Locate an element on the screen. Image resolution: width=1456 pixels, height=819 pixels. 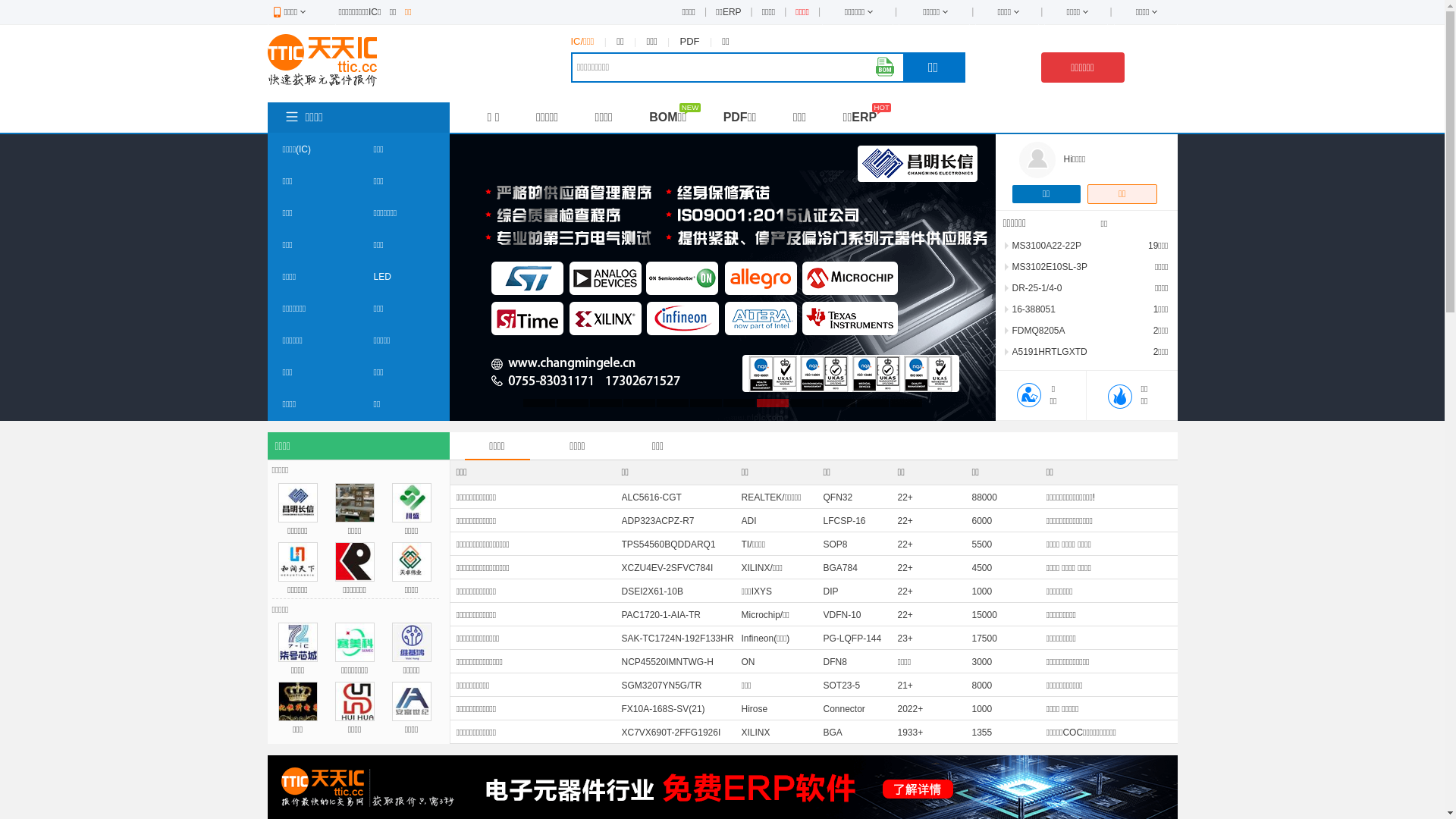
'LED' is located at coordinates (381, 277).